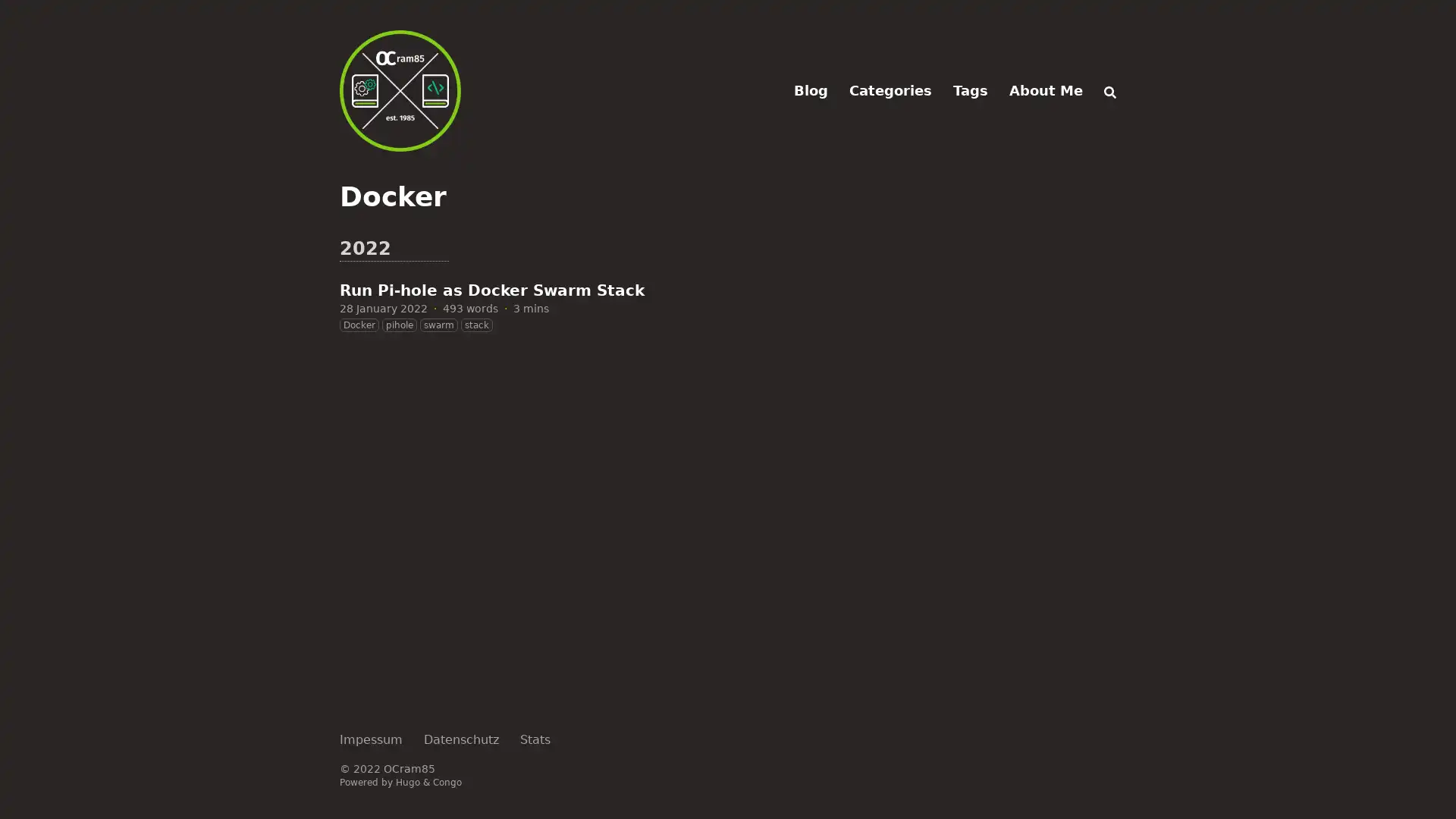 The width and height of the screenshot is (1456, 819). Describe the element at coordinates (1110, 91) in the screenshot. I see `Search (/)` at that location.